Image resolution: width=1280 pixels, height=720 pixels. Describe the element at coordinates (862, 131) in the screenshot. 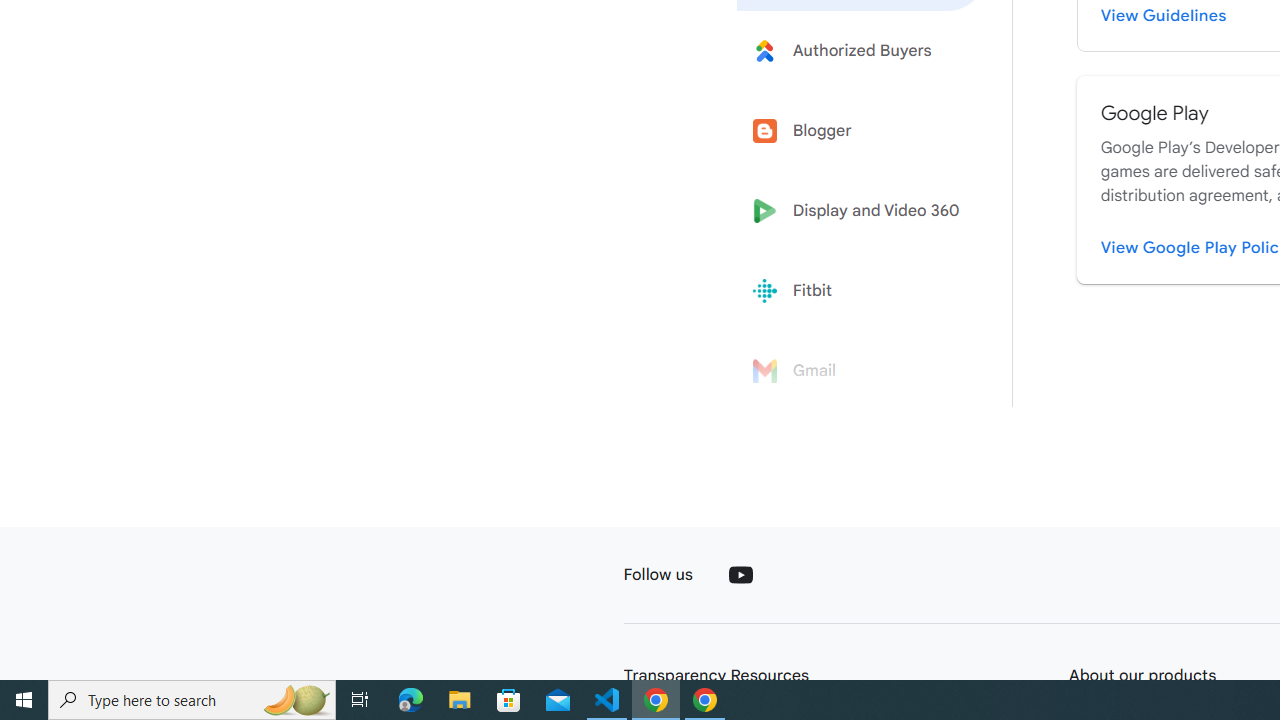

I see `'Blogger'` at that location.